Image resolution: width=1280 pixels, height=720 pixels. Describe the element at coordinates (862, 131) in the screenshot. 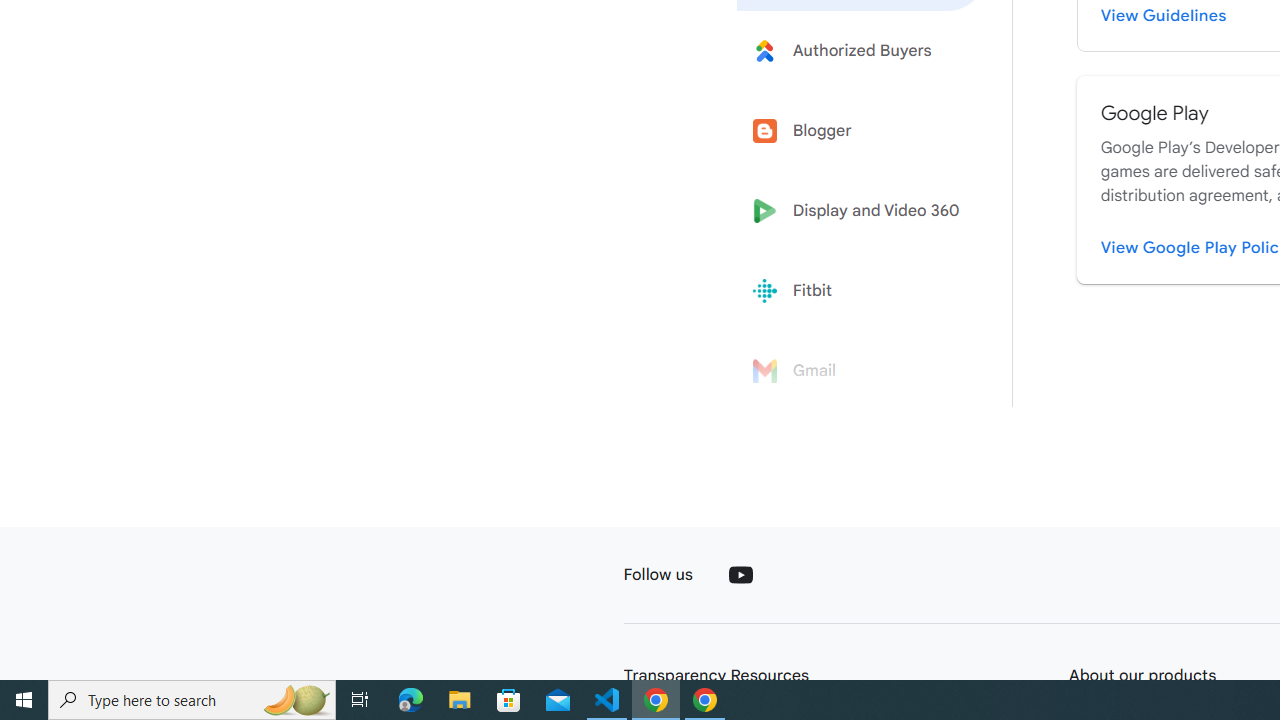

I see `'Blogger'` at that location.